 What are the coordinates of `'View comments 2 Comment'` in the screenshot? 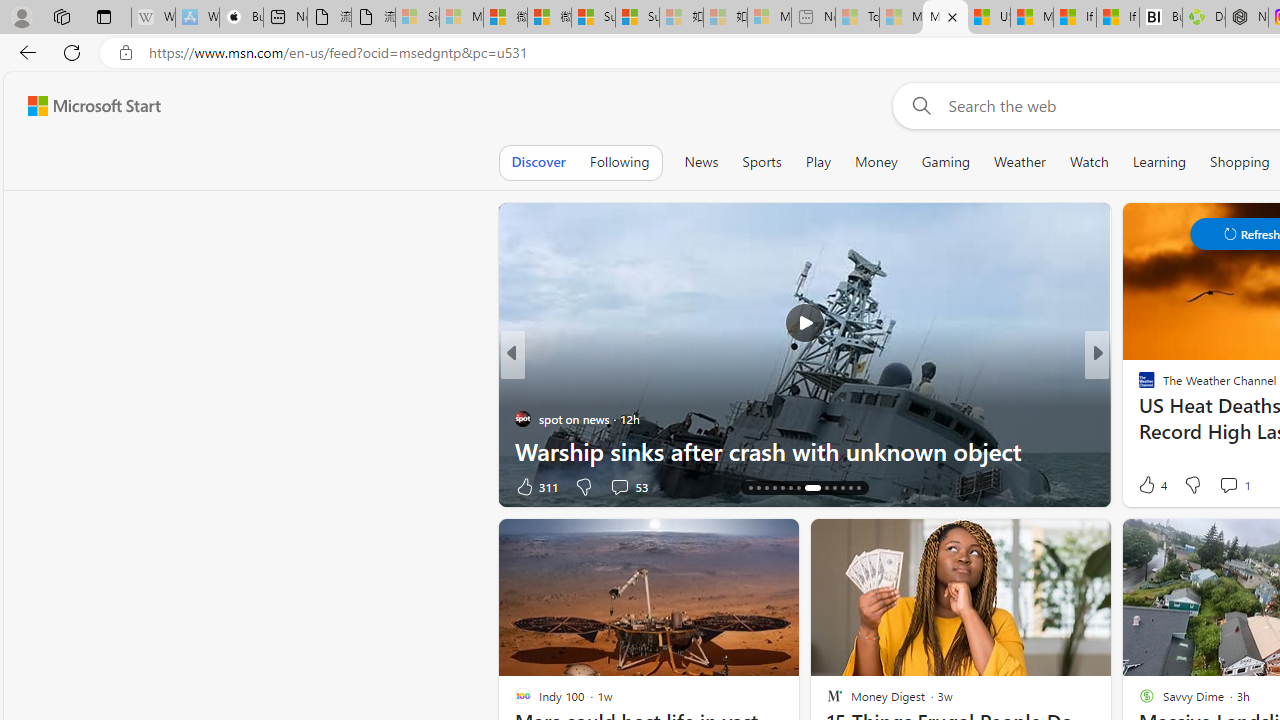 It's located at (1234, 486).